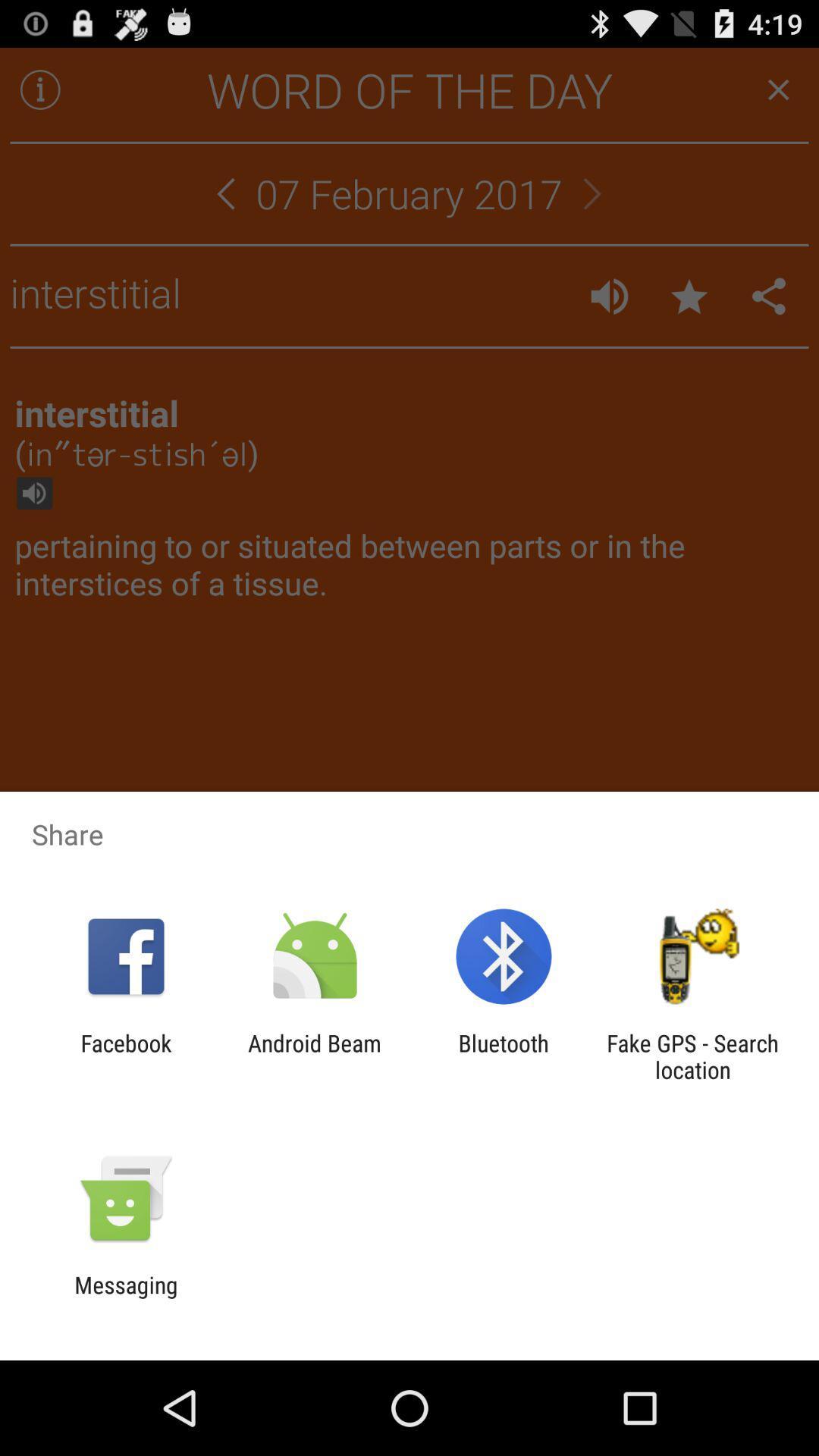 The height and width of the screenshot is (1456, 819). What do you see at coordinates (314, 1056) in the screenshot?
I see `the app to the right of the facebook icon` at bounding box center [314, 1056].